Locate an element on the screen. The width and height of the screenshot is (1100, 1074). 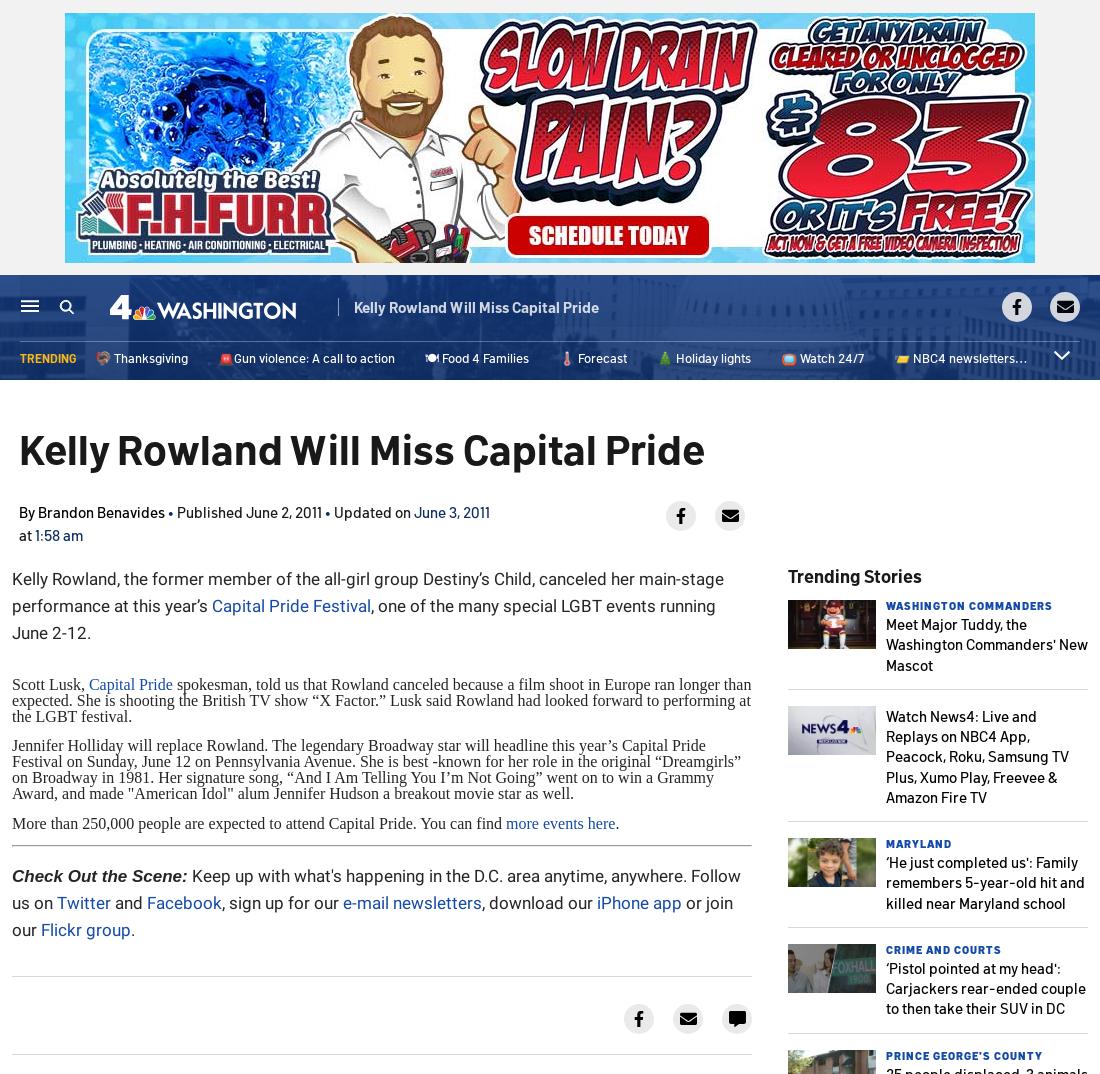
'Kelly Rowland Will Miss Capital Pride' is located at coordinates (362, 446).